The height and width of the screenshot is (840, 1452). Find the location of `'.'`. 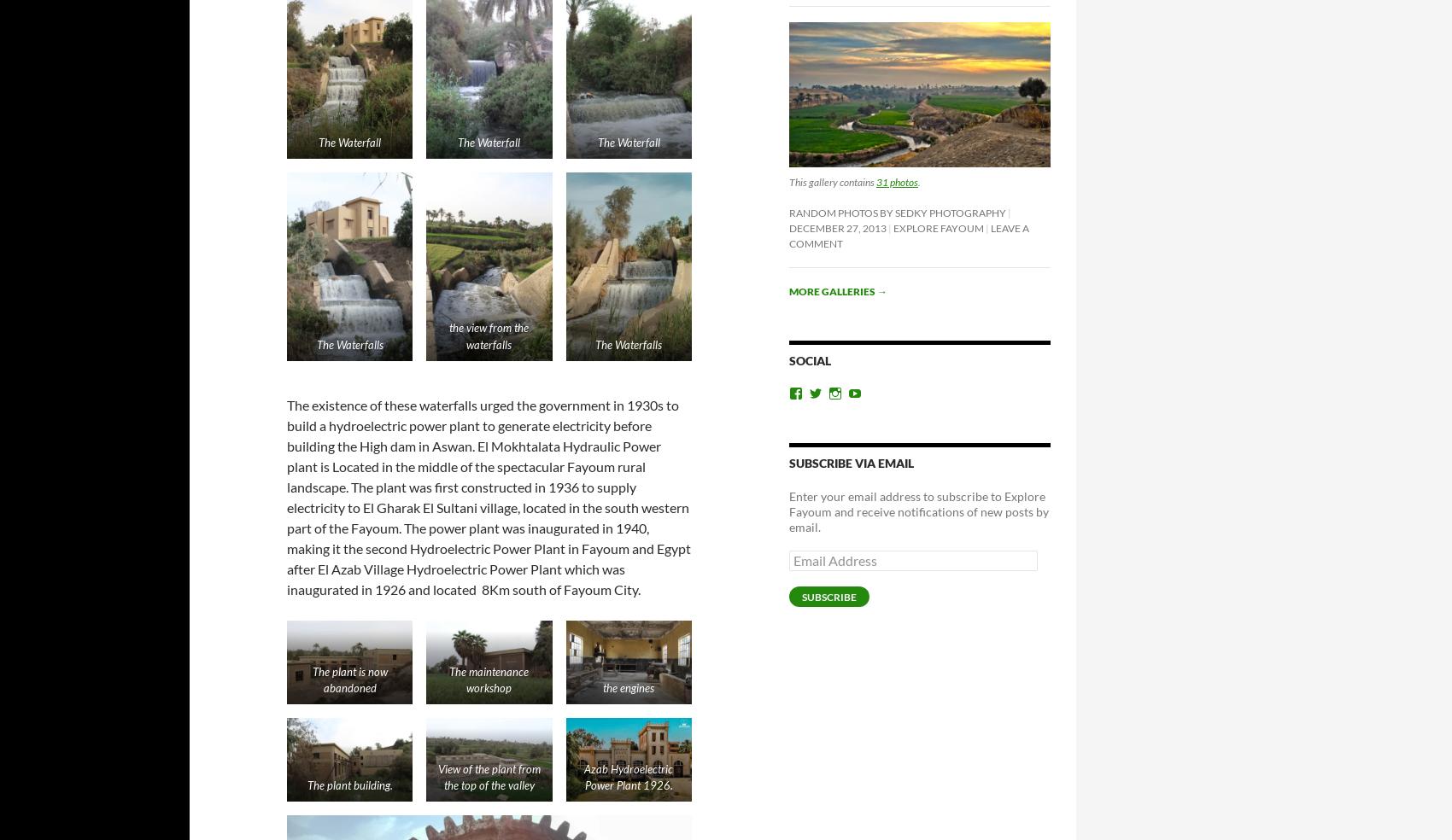

'.' is located at coordinates (919, 181).